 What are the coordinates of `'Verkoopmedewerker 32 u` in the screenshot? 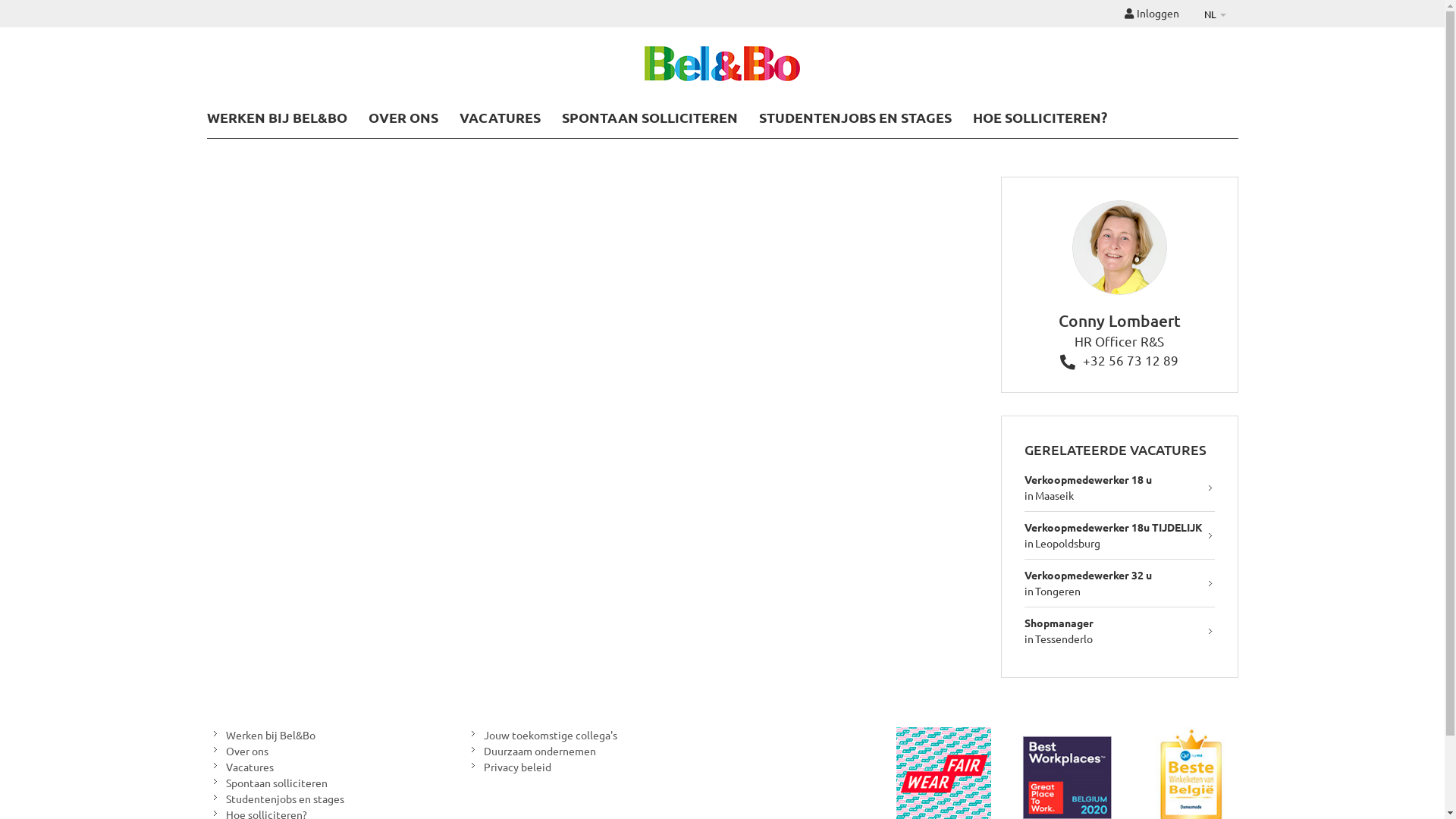 It's located at (1119, 582).